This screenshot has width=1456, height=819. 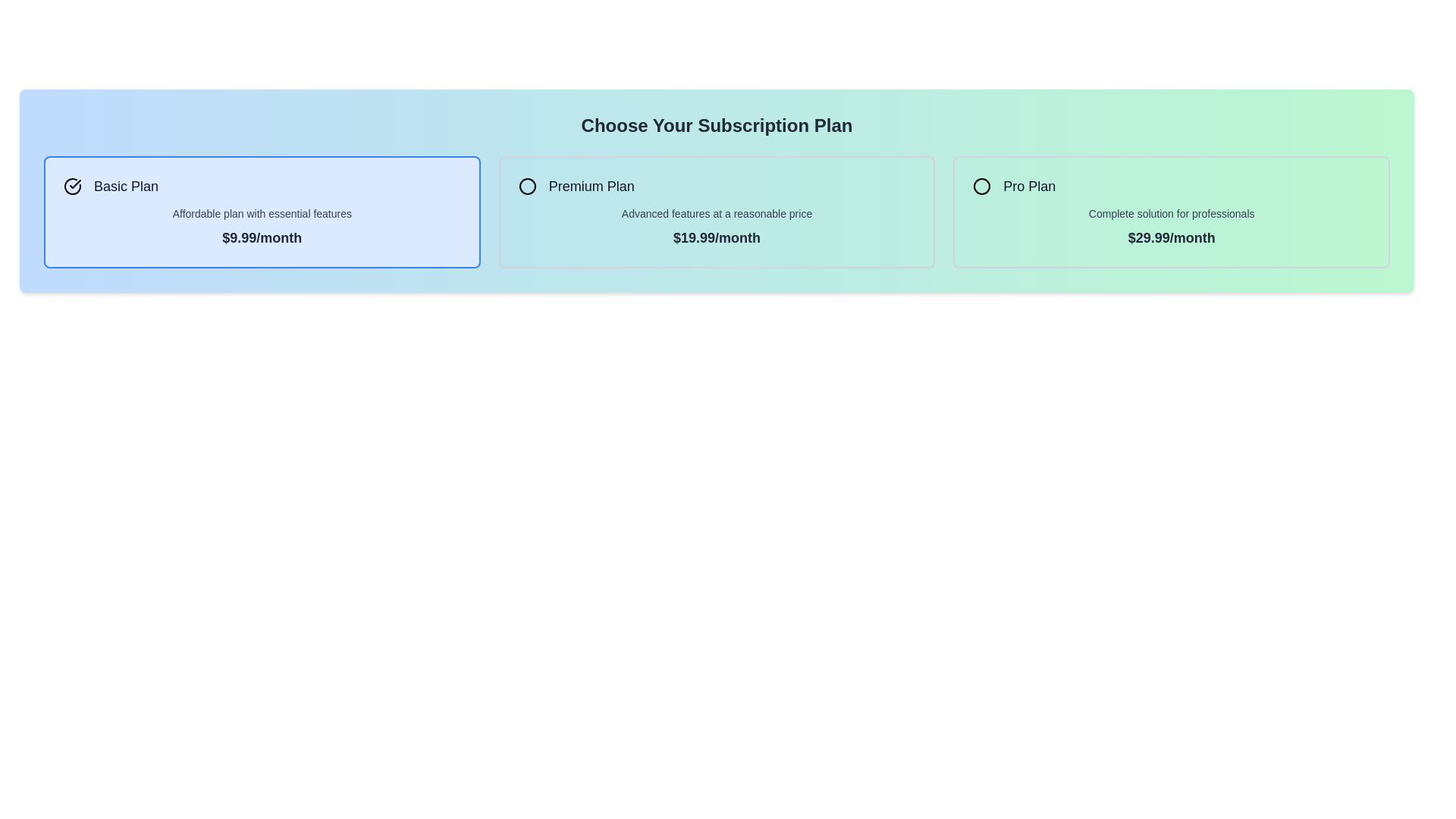 What do you see at coordinates (982, 186) in the screenshot?
I see `the status icon located on the left side of the Pro Plan section, which precedes the text 'Pro Plan'` at bounding box center [982, 186].